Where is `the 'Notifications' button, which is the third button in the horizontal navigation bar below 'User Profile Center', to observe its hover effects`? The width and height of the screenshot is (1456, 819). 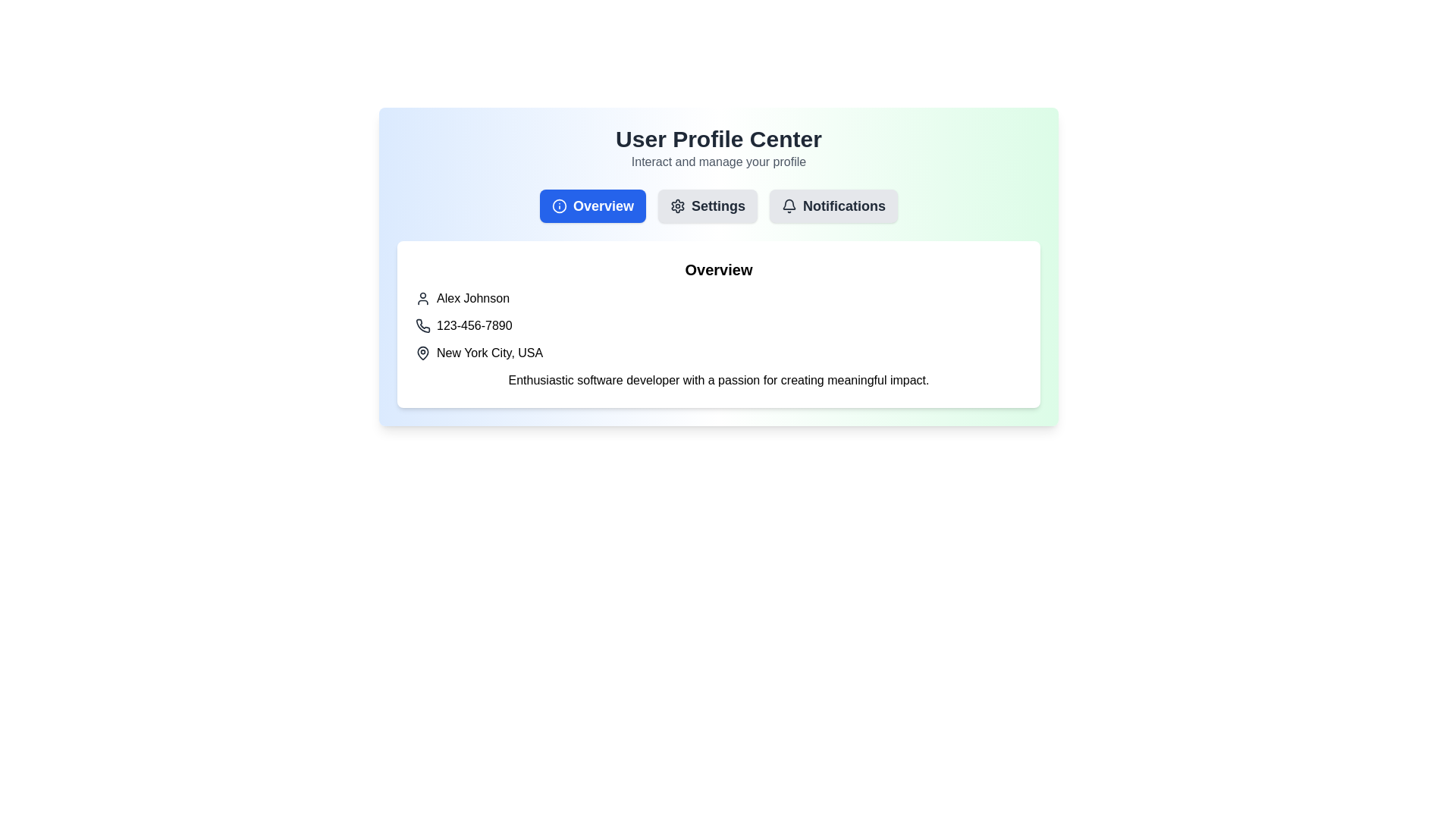 the 'Notifications' button, which is the third button in the horizontal navigation bar below 'User Profile Center', to observe its hover effects is located at coordinates (833, 206).